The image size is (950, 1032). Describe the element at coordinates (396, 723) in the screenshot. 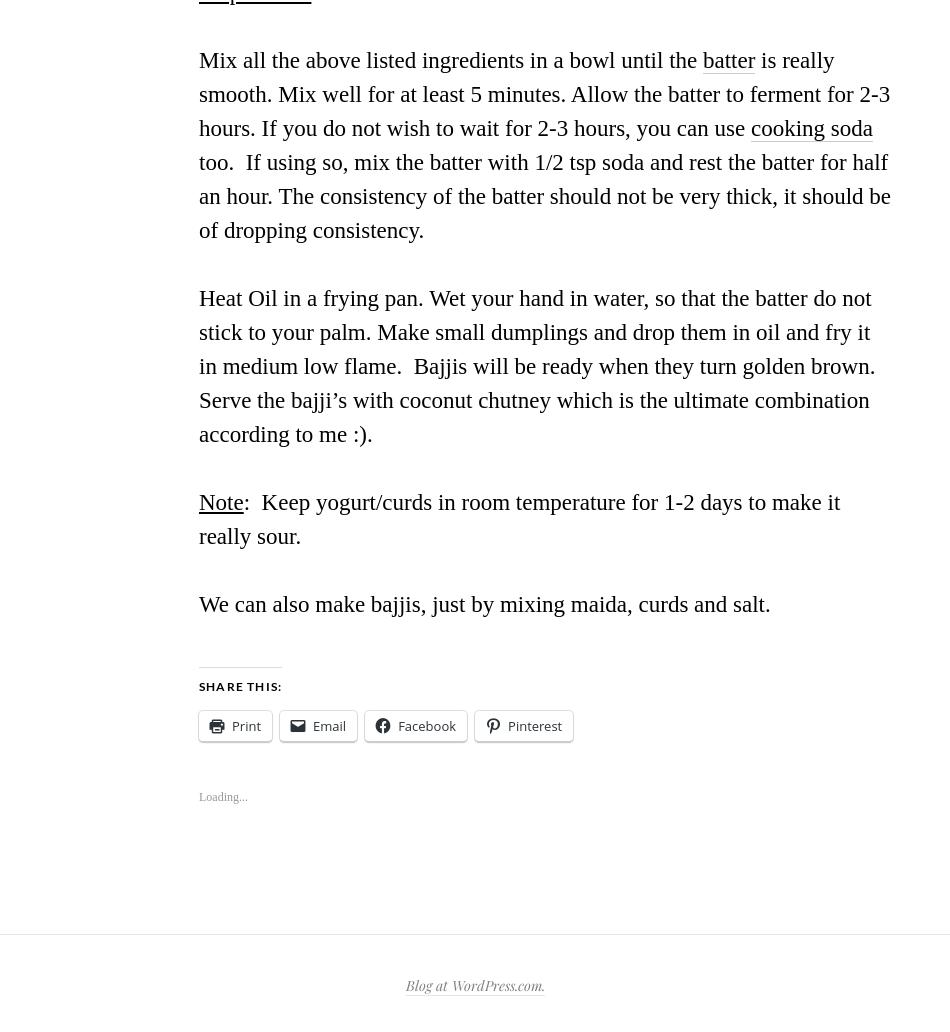

I see `'Facebook'` at that location.